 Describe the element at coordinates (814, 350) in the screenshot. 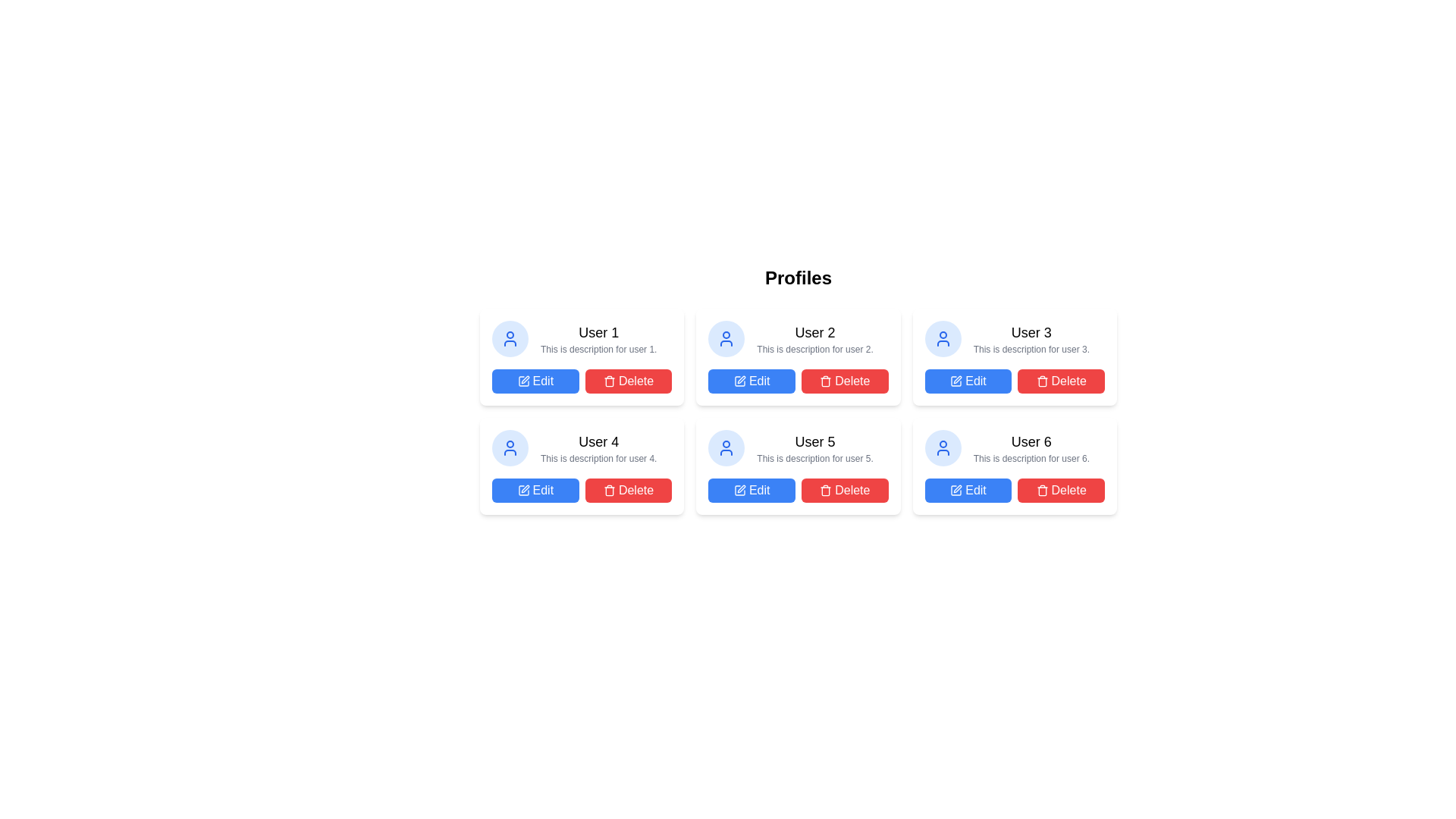

I see `the small gray text label that reads 'This is description for user 2.' positioned directly below the bold title 'User 2' in the card for 'User 2'` at that location.